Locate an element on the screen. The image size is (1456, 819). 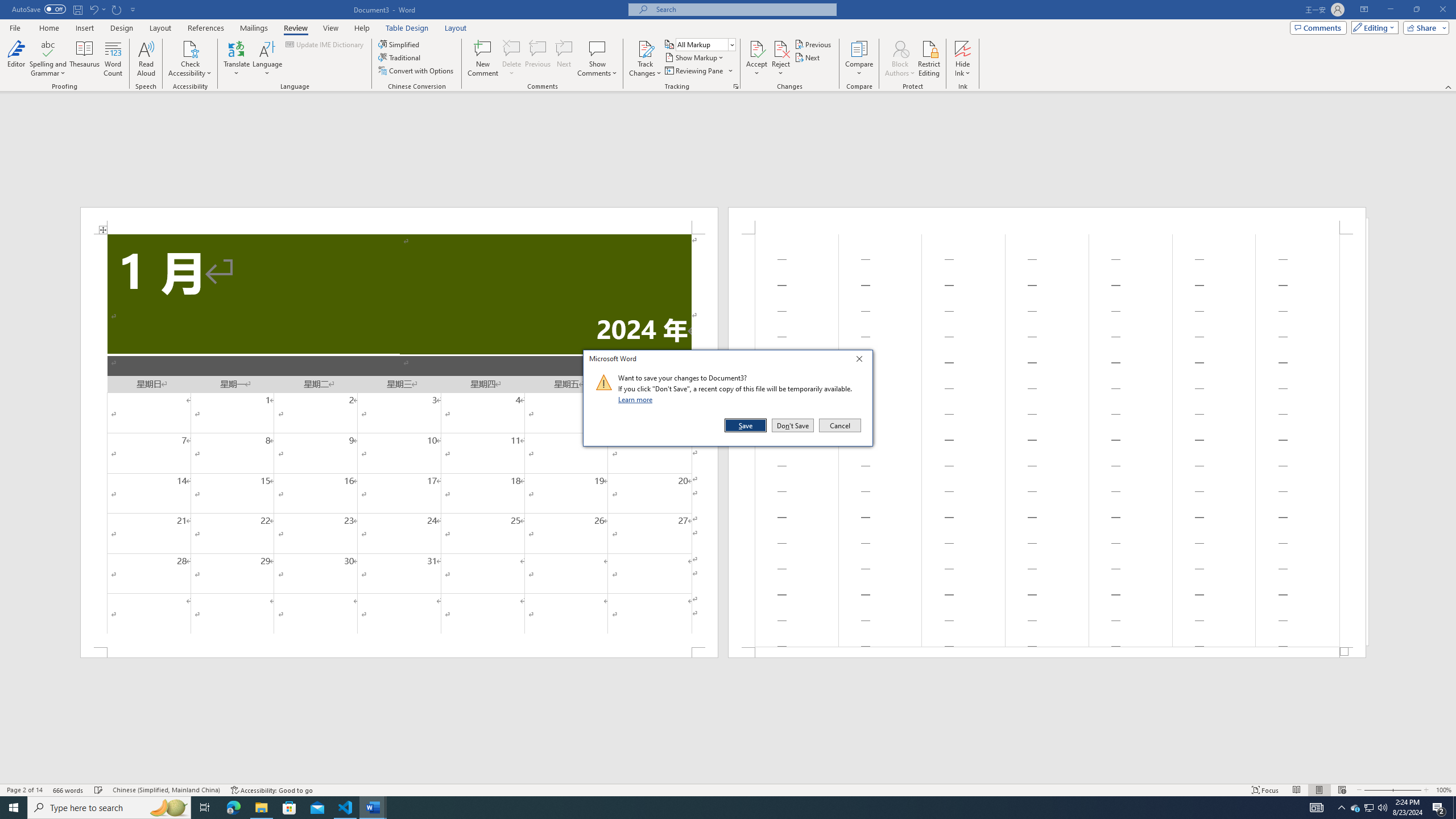
'Reject' is located at coordinates (781, 59).